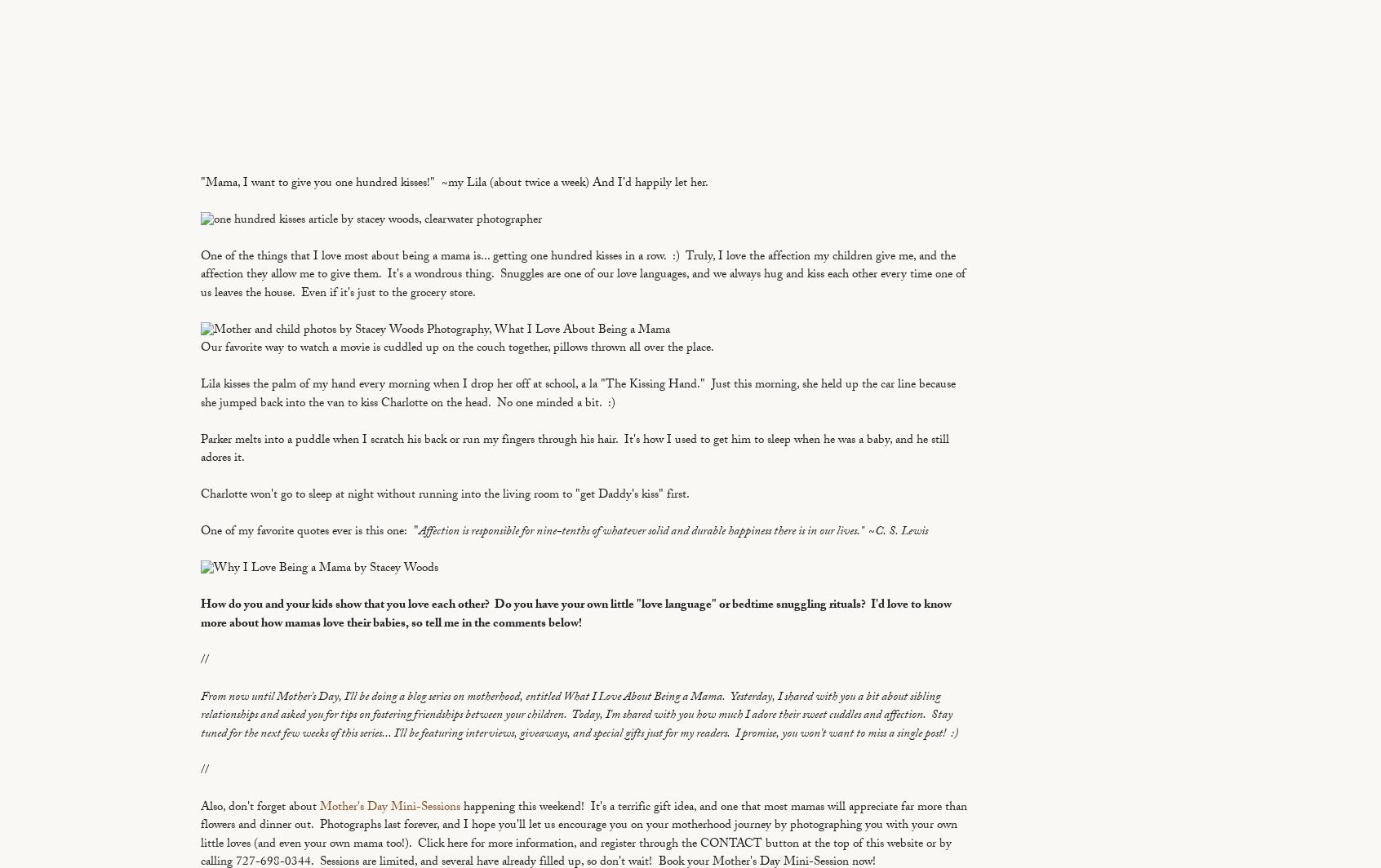 The image size is (1381, 868). What do you see at coordinates (389, 808) in the screenshot?
I see `'Mother's Day Mini-Sessions'` at bounding box center [389, 808].